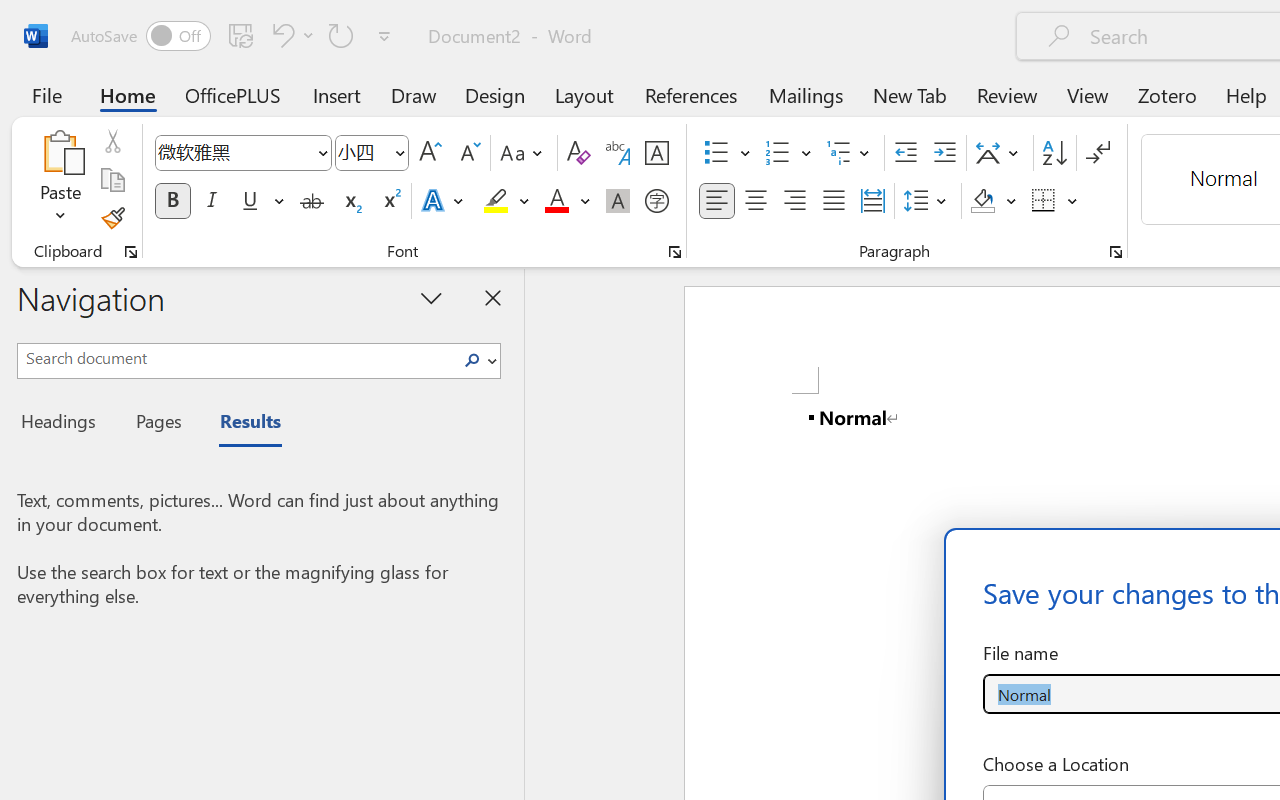  I want to click on 'Sort...', so click(1053, 153).